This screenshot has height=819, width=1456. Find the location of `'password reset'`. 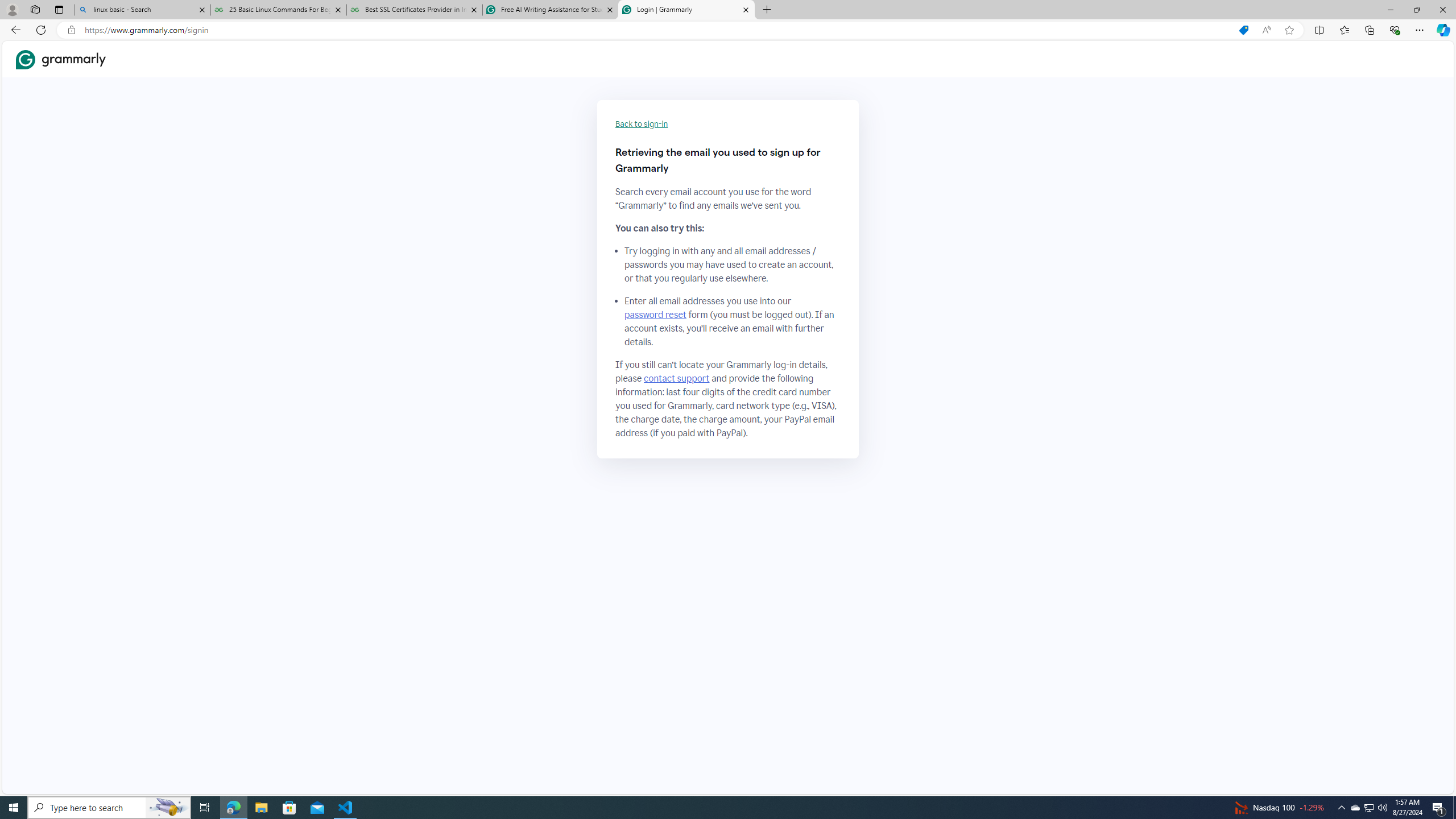

'password reset' is located at coordinates (655, 314).